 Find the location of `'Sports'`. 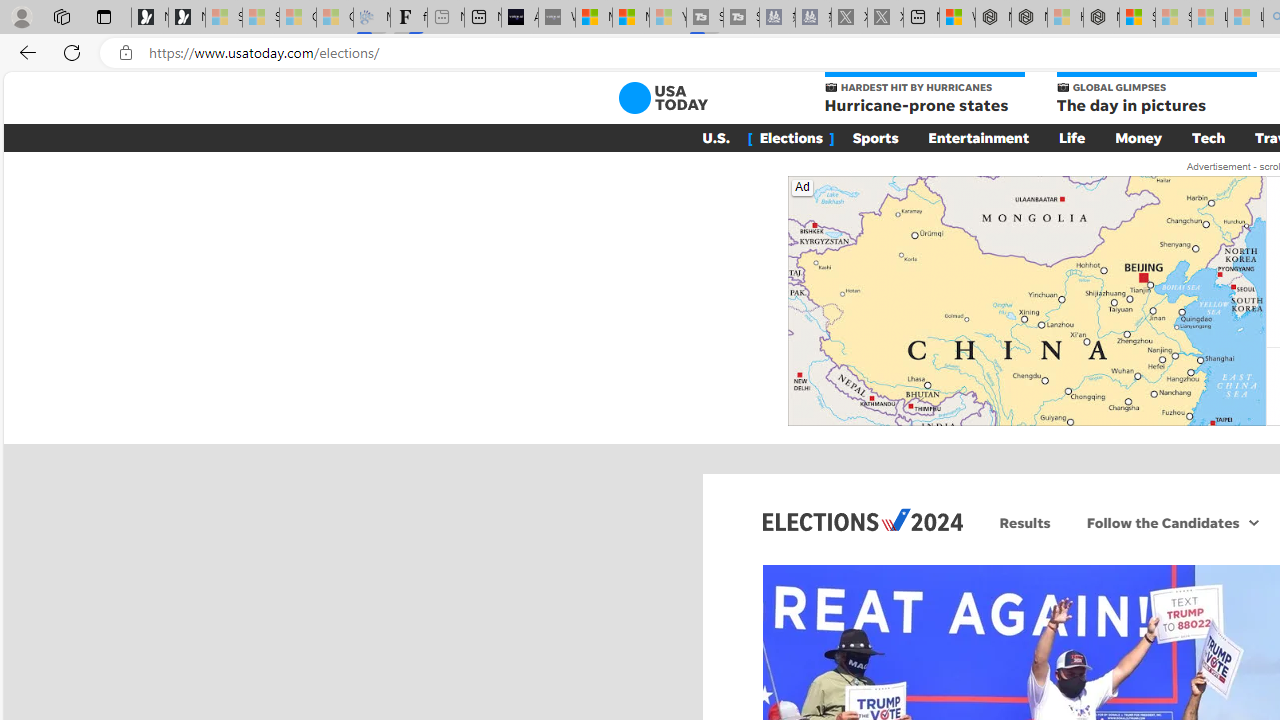

'Sports' is located at coordinates (875, 136).